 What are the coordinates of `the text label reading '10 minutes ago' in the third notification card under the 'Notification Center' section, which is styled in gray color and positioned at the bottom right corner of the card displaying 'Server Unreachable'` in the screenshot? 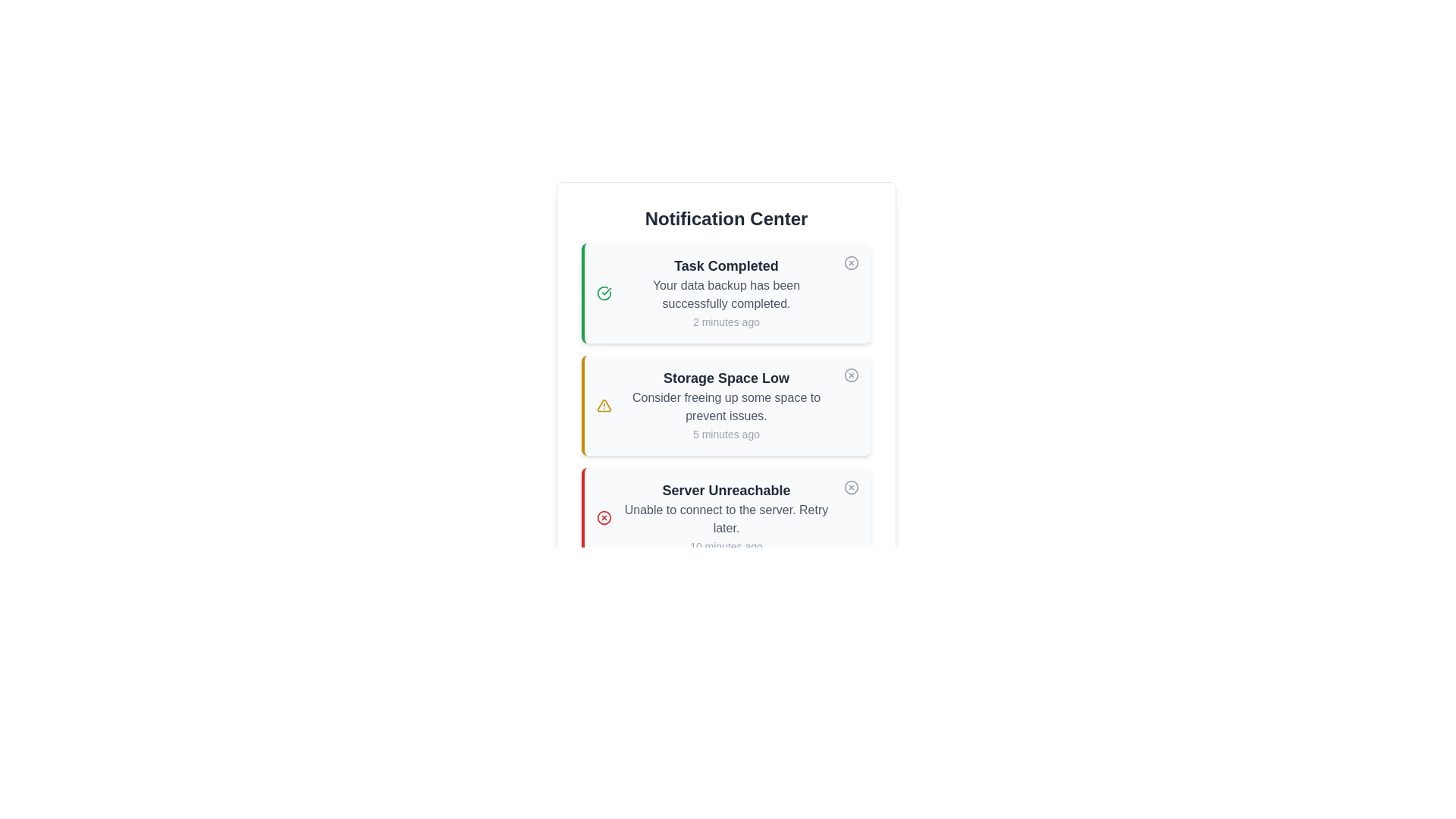 It's located at (726, 547).